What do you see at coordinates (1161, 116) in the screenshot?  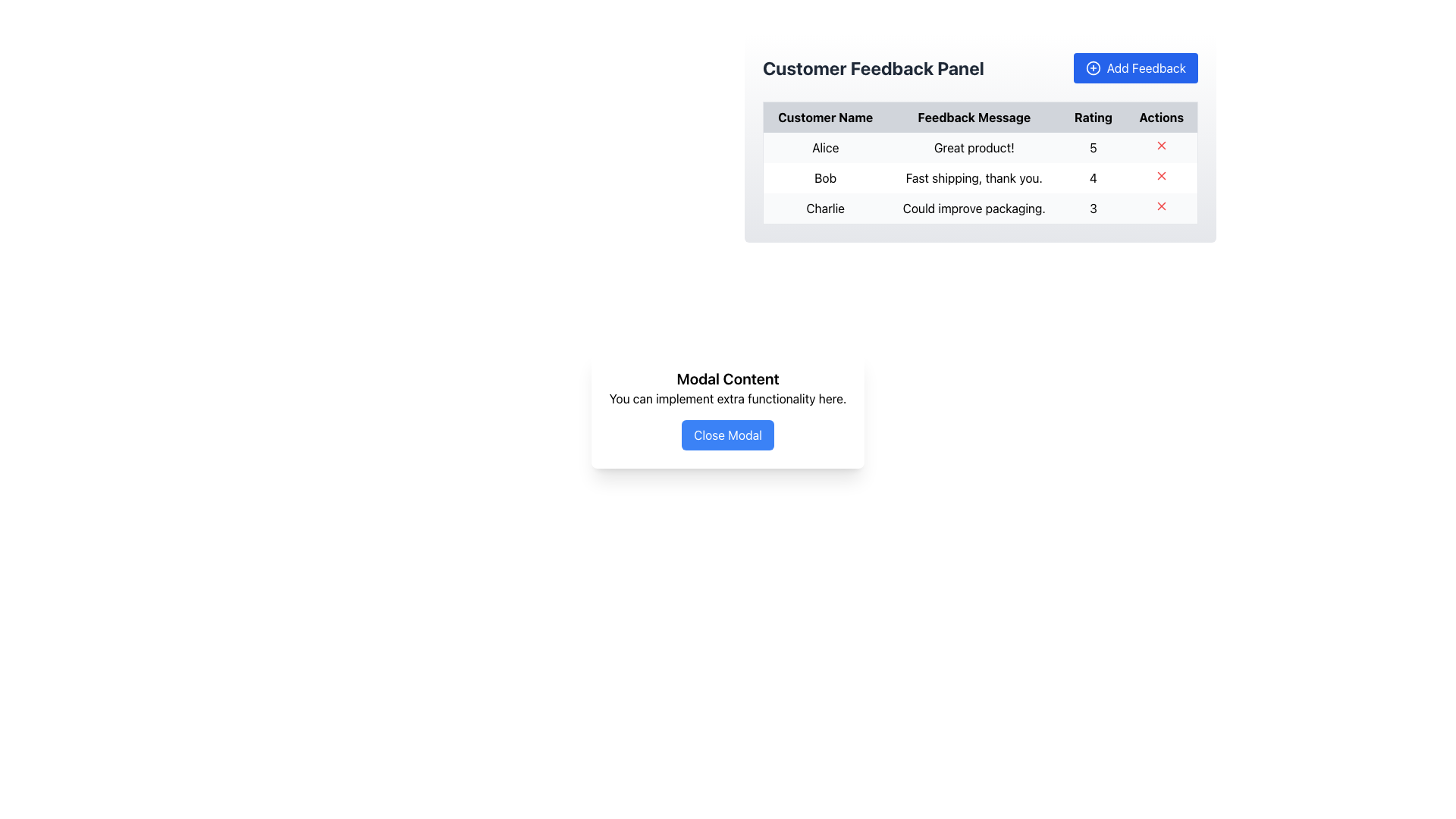 I see `the 'Actions' column header in the table, which is the fourth column header located to the right of the 'Rating' column header` at bounding box center [1161, 116].